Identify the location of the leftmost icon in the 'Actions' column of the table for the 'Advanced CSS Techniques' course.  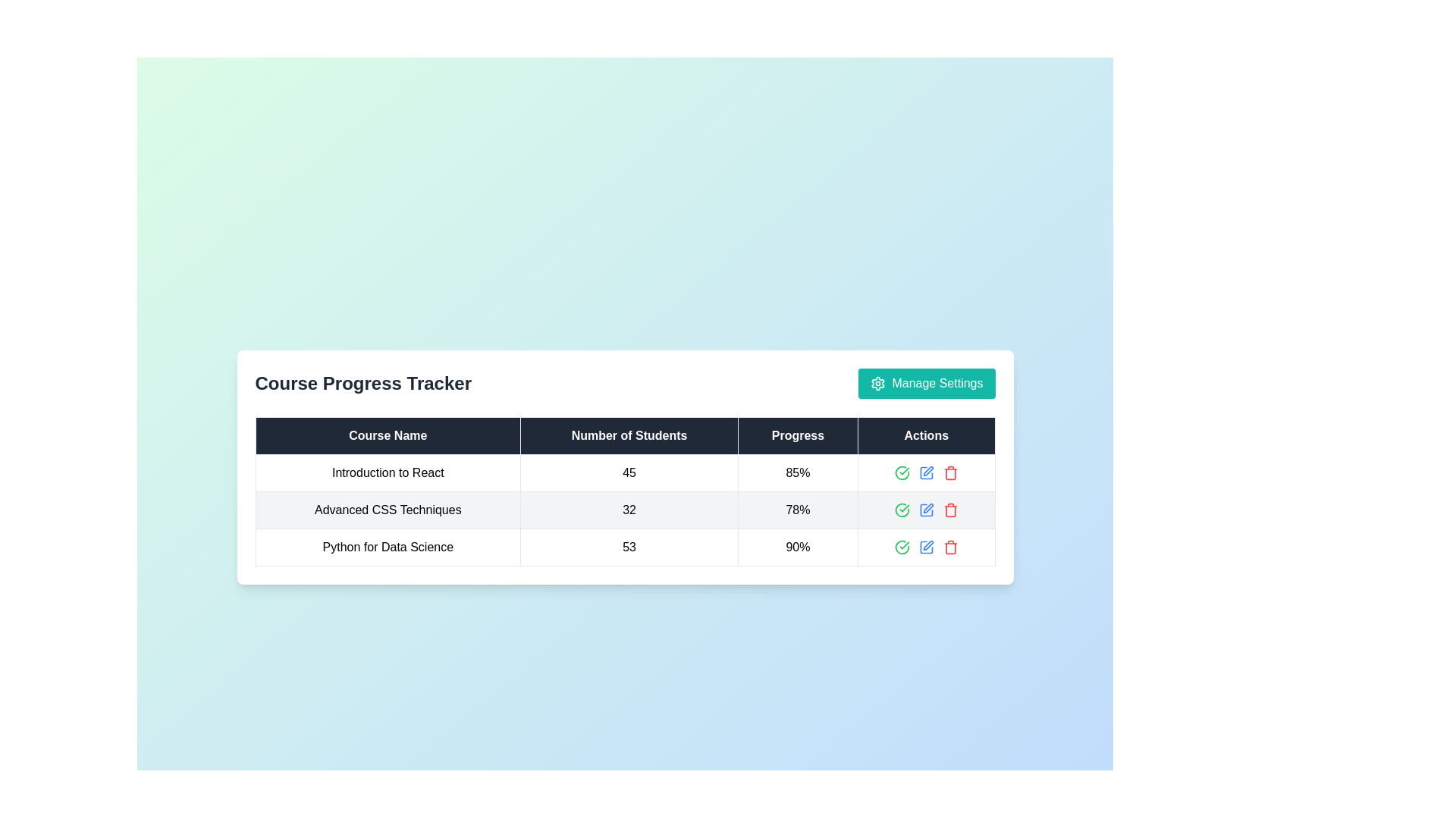
(902, 509).